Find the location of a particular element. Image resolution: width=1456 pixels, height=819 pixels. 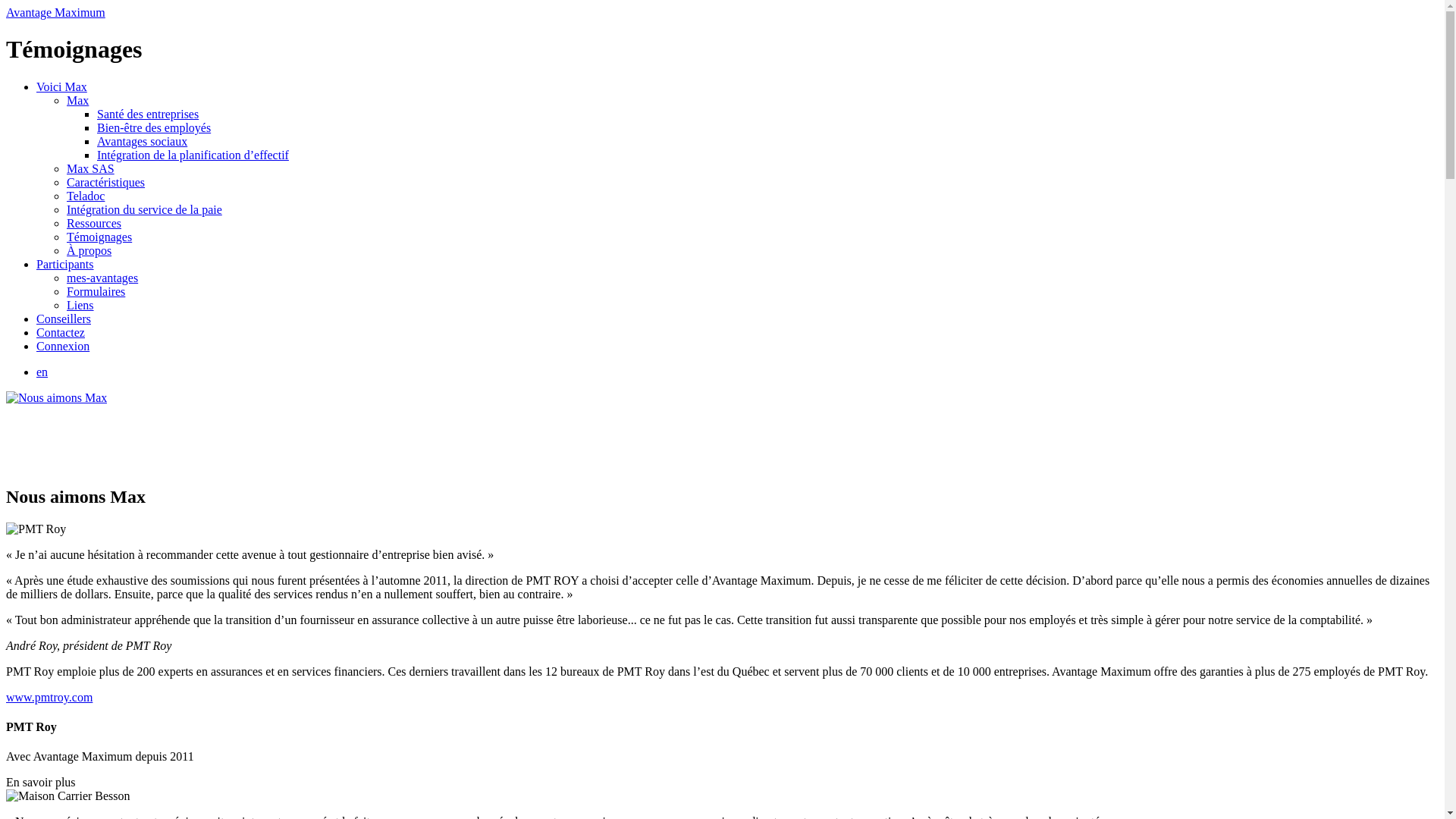

'Max SAS' is located at coordinates (89, 168).